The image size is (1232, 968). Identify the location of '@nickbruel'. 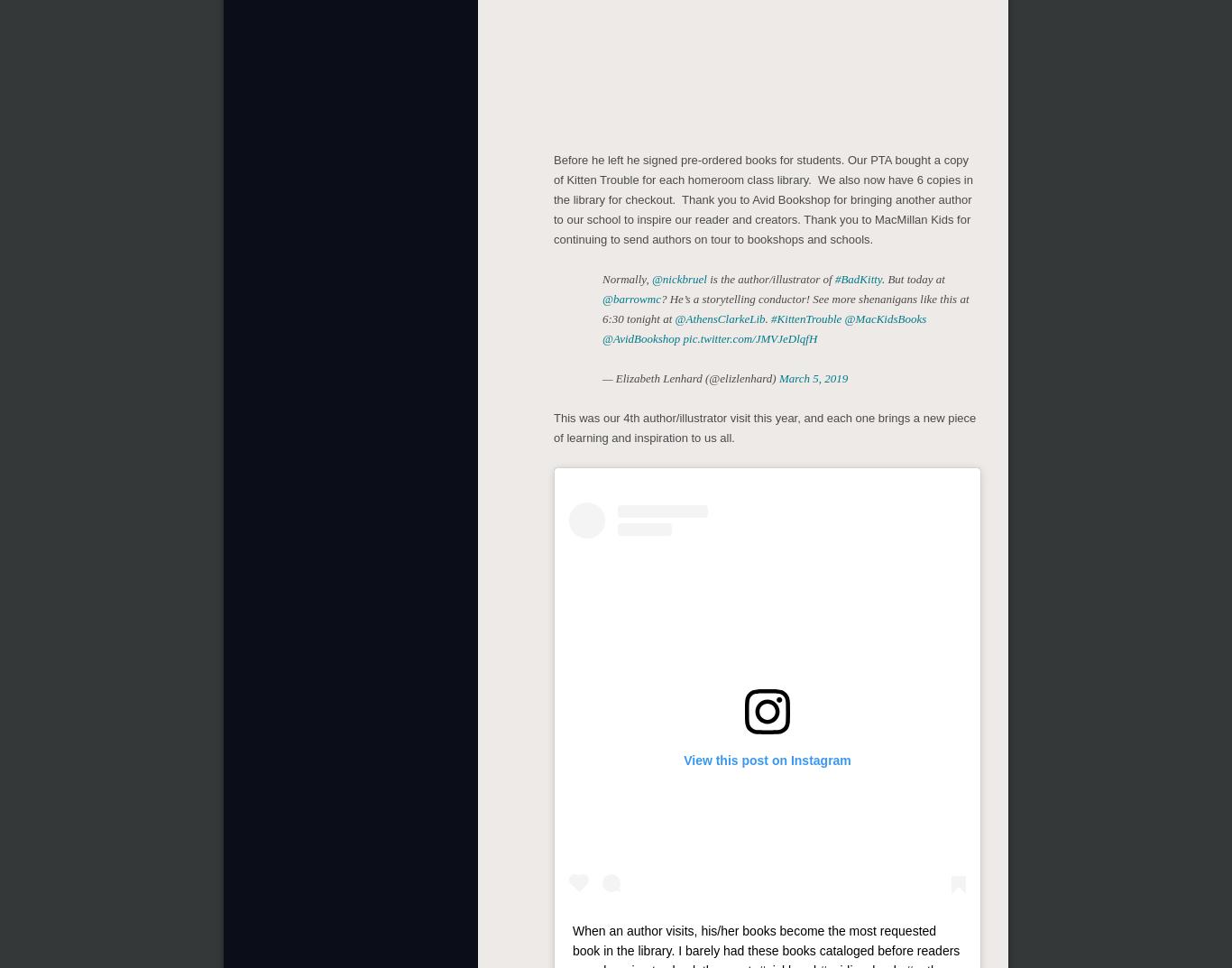
(678, 279).